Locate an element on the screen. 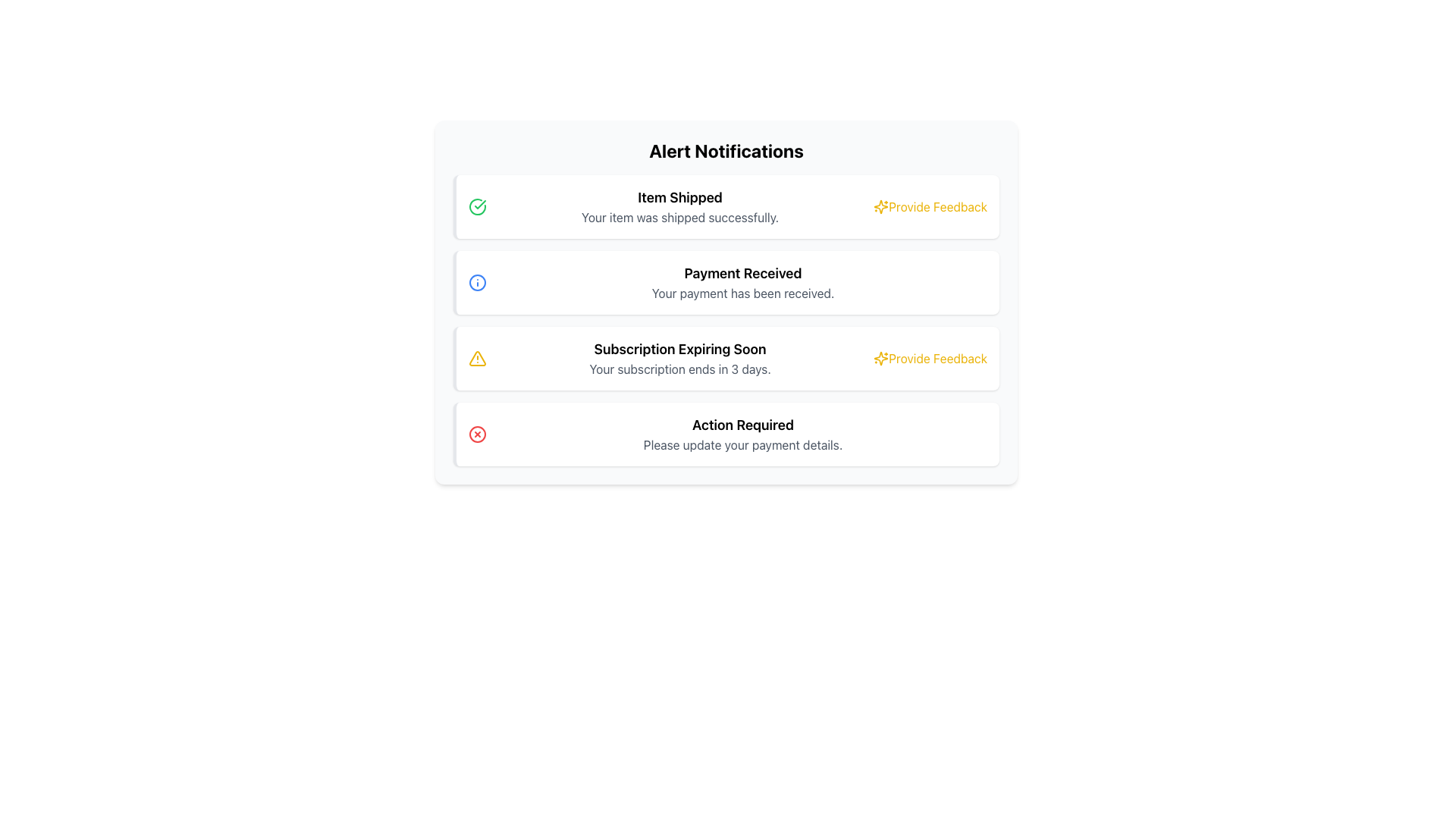  text from the fourth message panel in the notification panel, which has a red left border and white background, indicating the need to update payment details is located at coordinates (742, 435).